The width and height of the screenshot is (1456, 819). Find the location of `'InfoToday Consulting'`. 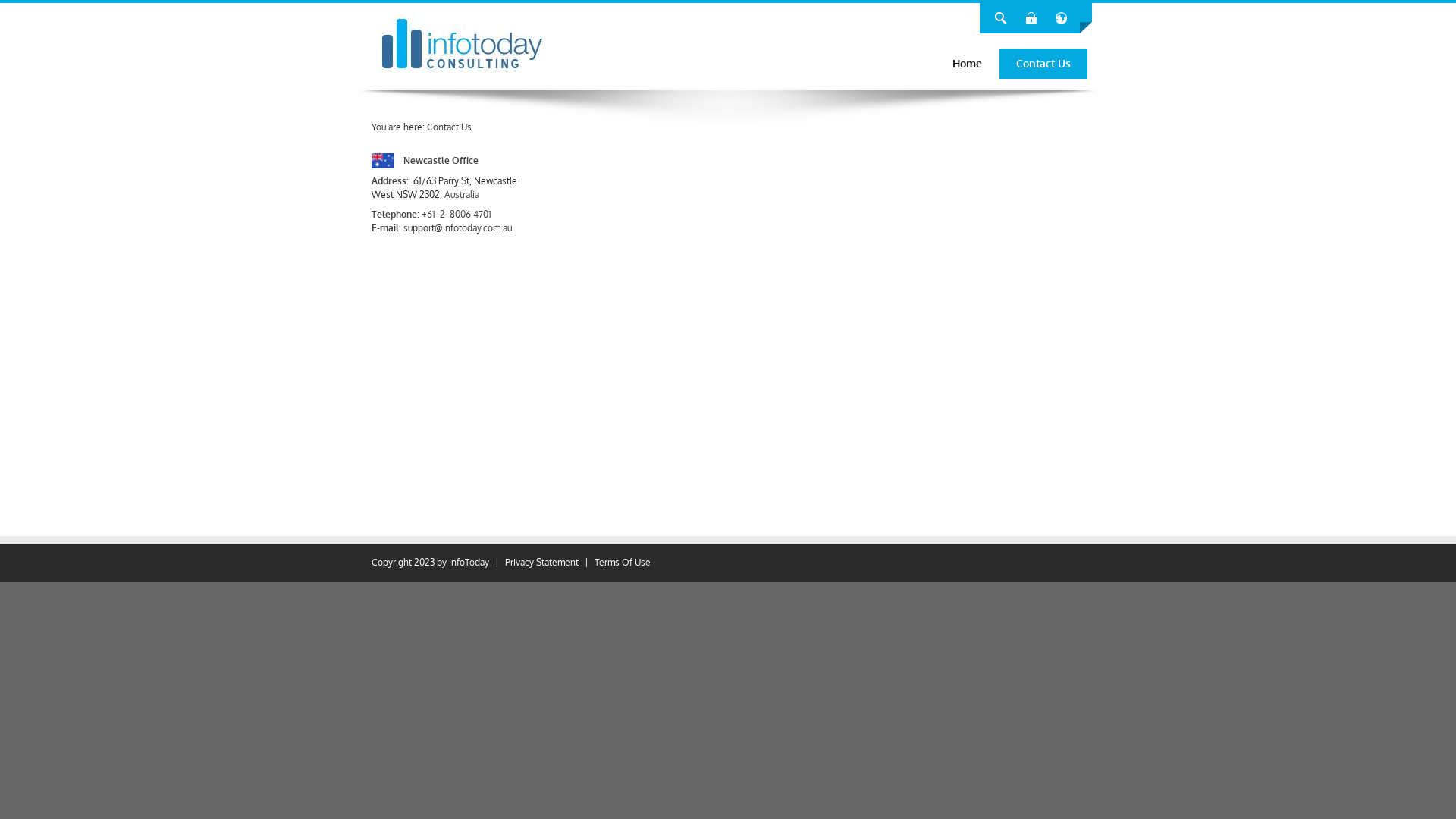

'InfoToday Consulting' is located at coordinates (461, 42).